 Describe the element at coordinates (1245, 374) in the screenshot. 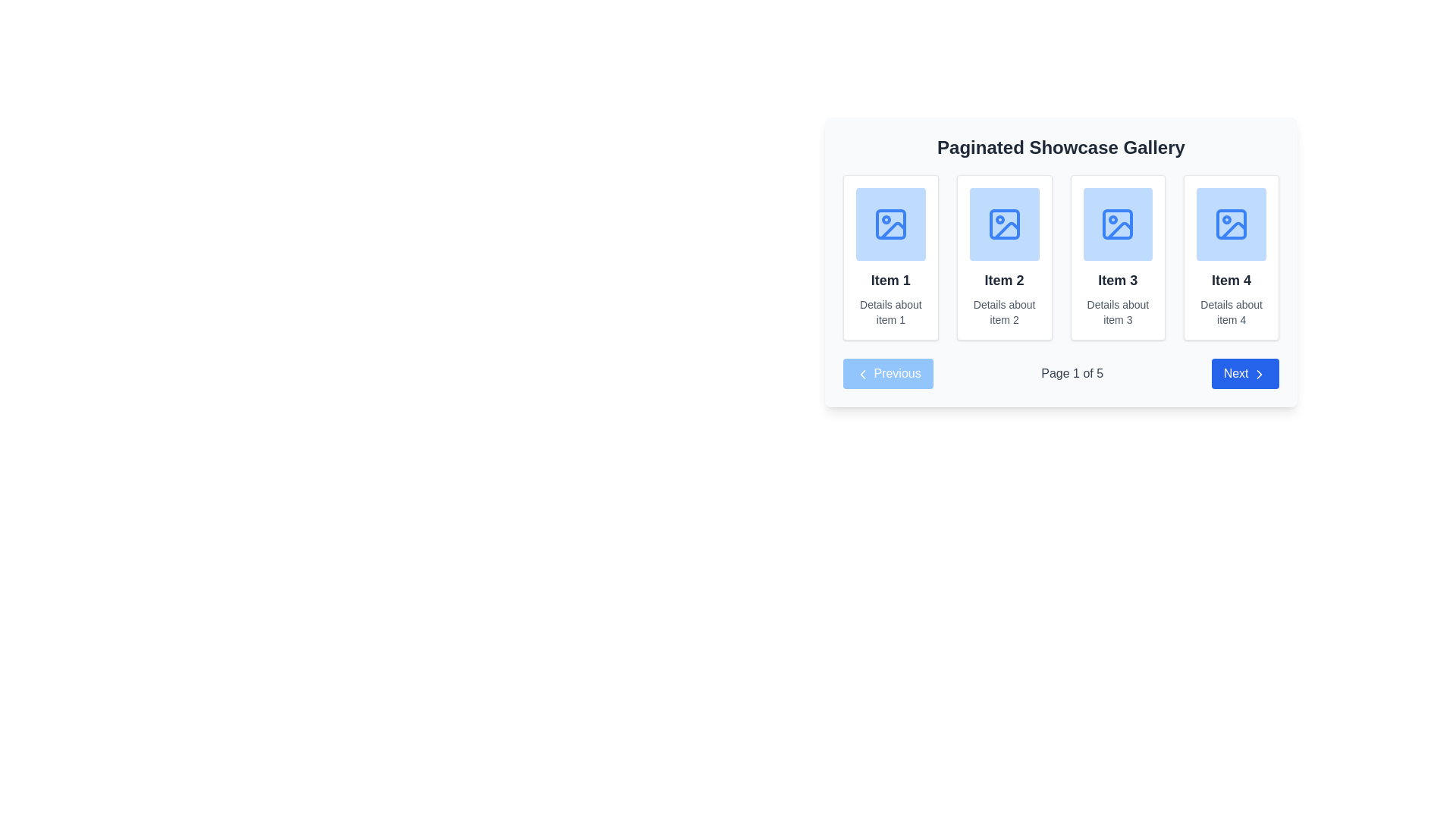

I see `the 'Next' button, which is styled with a blue background and white text, located in the navigation bar below the paginated gallery` at that location.